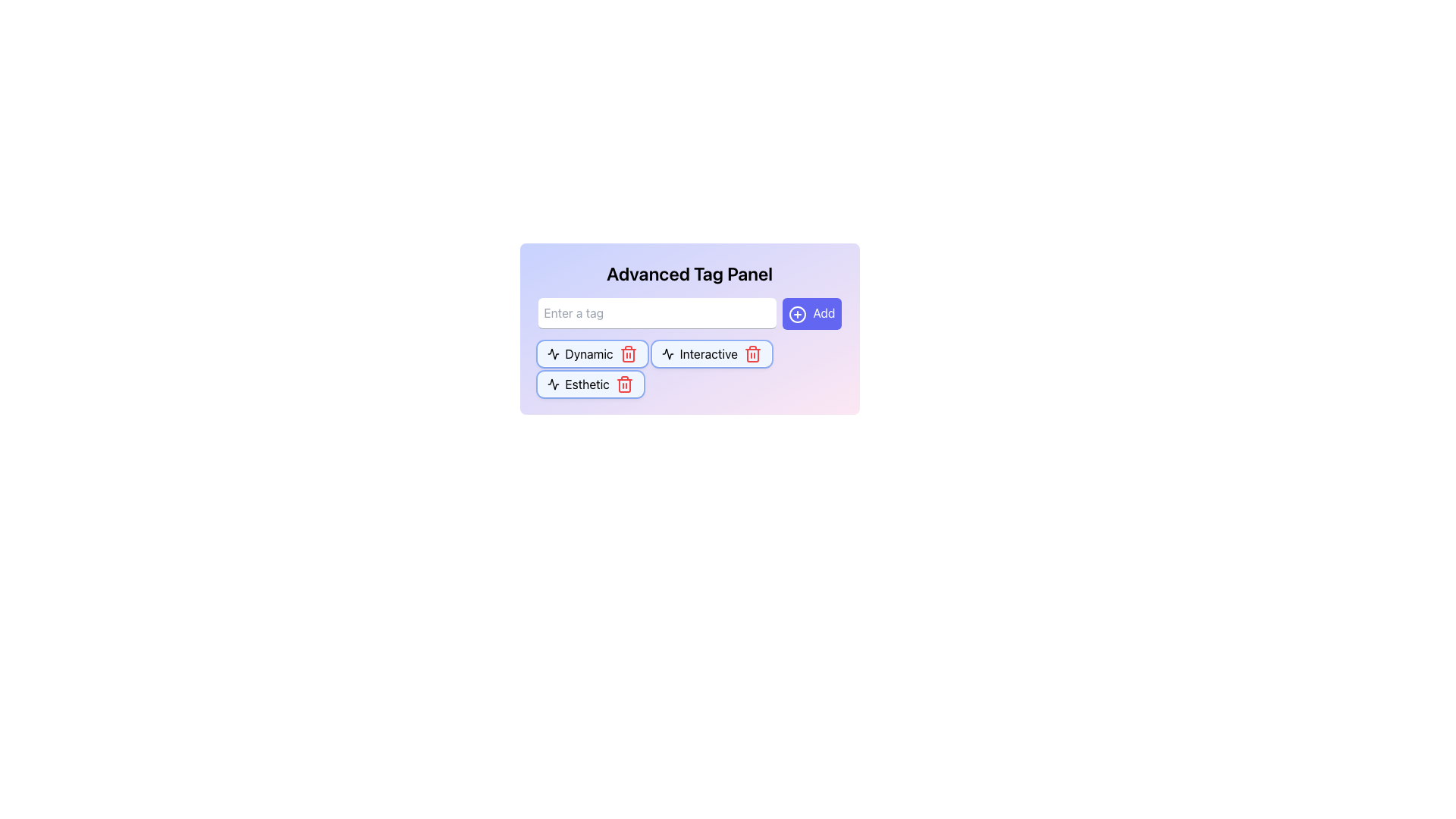 The image size is (1456, 819). Describe the element at coordinates (667, 353) in the screenshot. I see `the activity icon located on the far left of the blue-bordered 'Interactive' button, which enhances the button's recognition and usability` at that location.